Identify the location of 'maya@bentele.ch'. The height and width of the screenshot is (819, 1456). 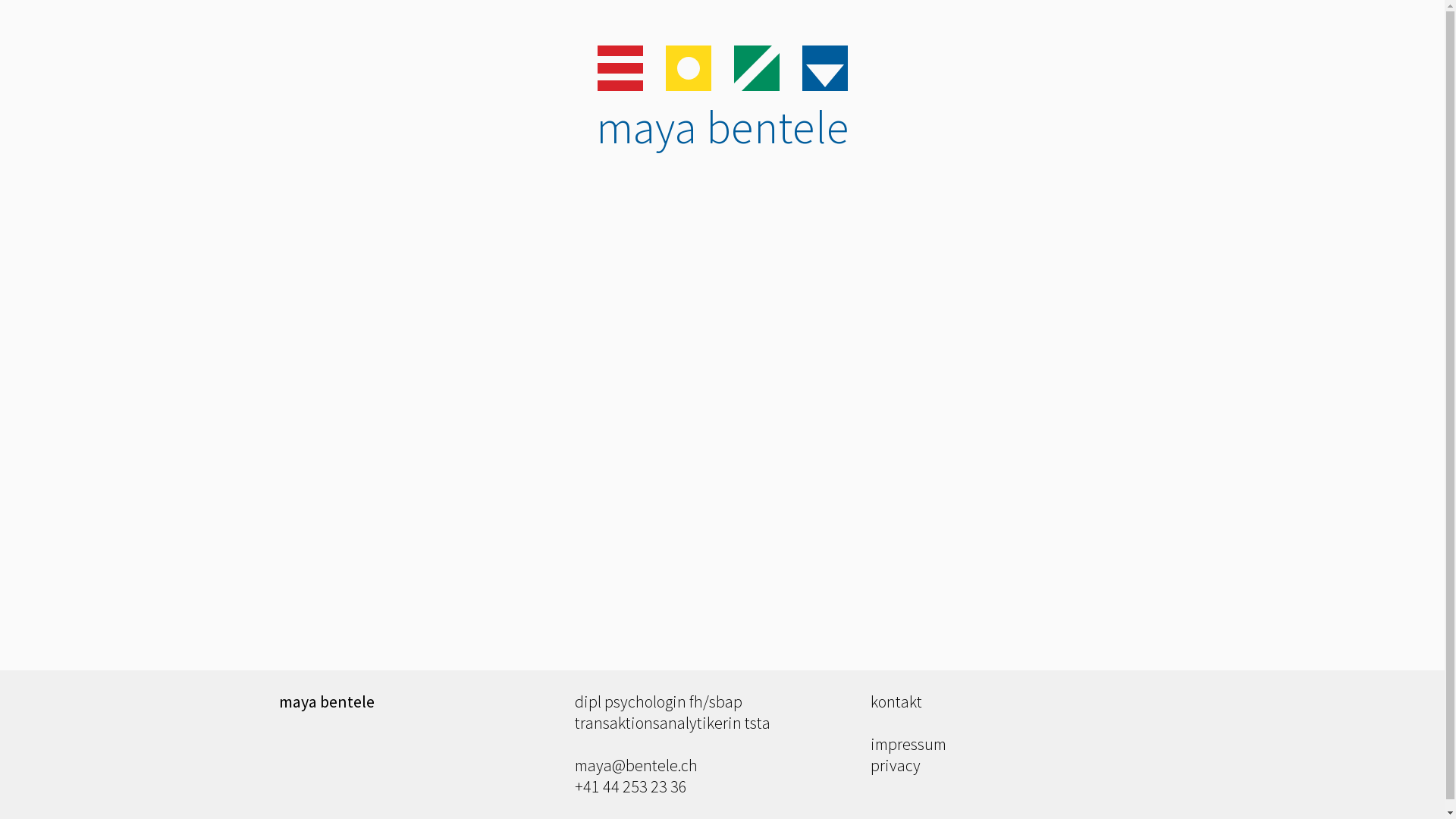
(636, 765).